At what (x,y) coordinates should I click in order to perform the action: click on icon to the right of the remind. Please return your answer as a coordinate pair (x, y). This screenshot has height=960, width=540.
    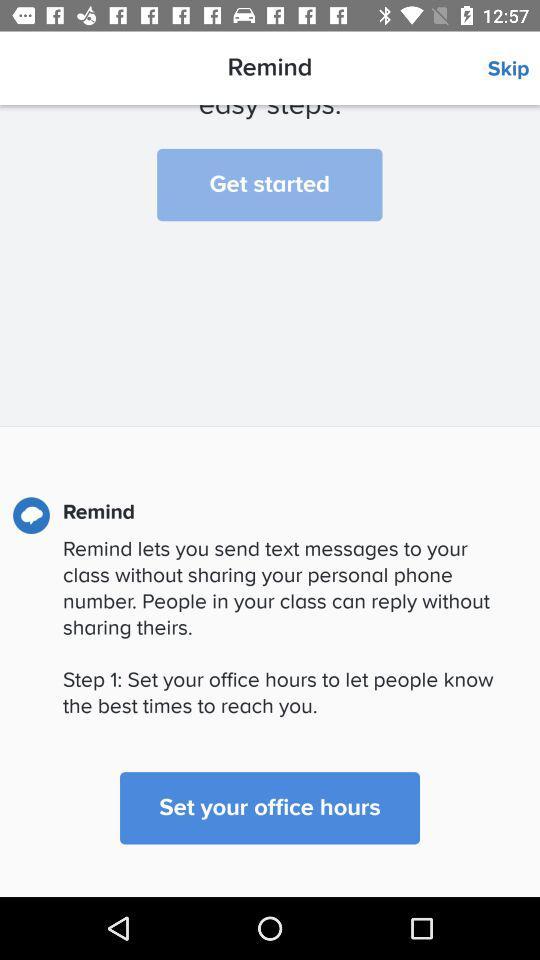
    Looking at the image, I should click on (513, 69).